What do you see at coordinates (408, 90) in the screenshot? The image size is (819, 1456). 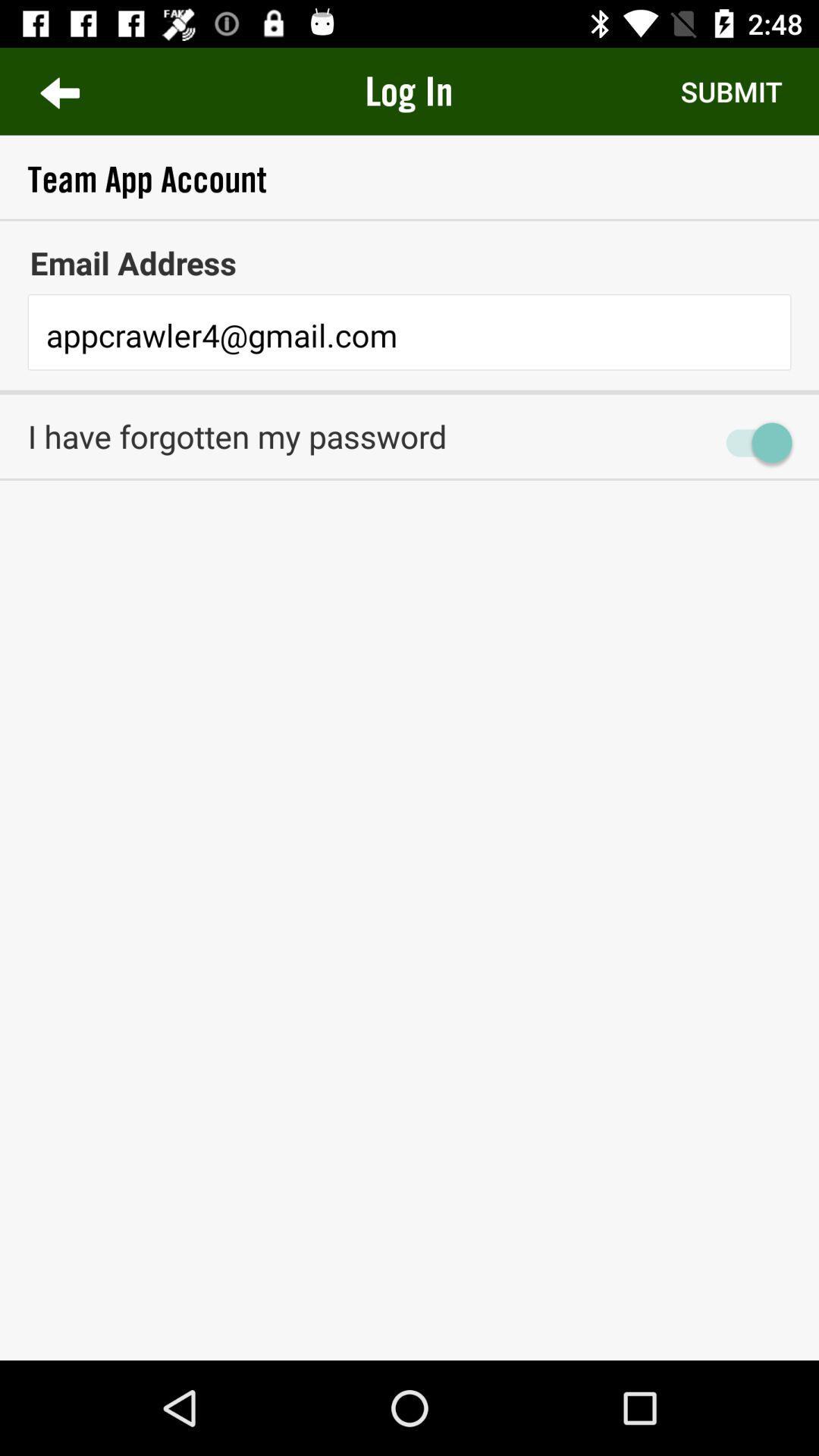 I see `the item above team app account` at bounding box center [408, 90].